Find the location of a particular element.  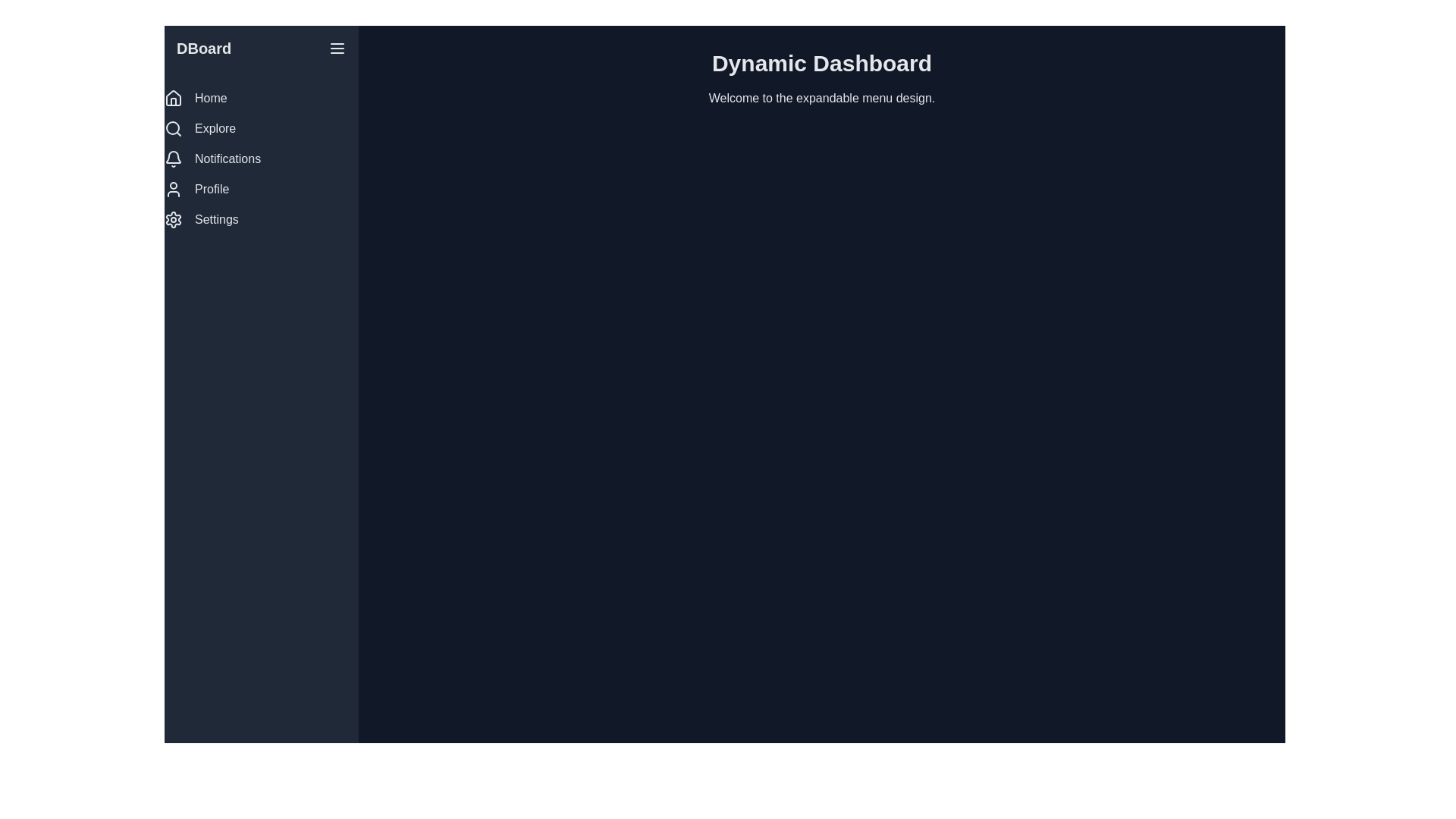

the Text header element, which serves as the title of the current page or dashboard, located at the top of the content area is located at coordinates (821, 63).